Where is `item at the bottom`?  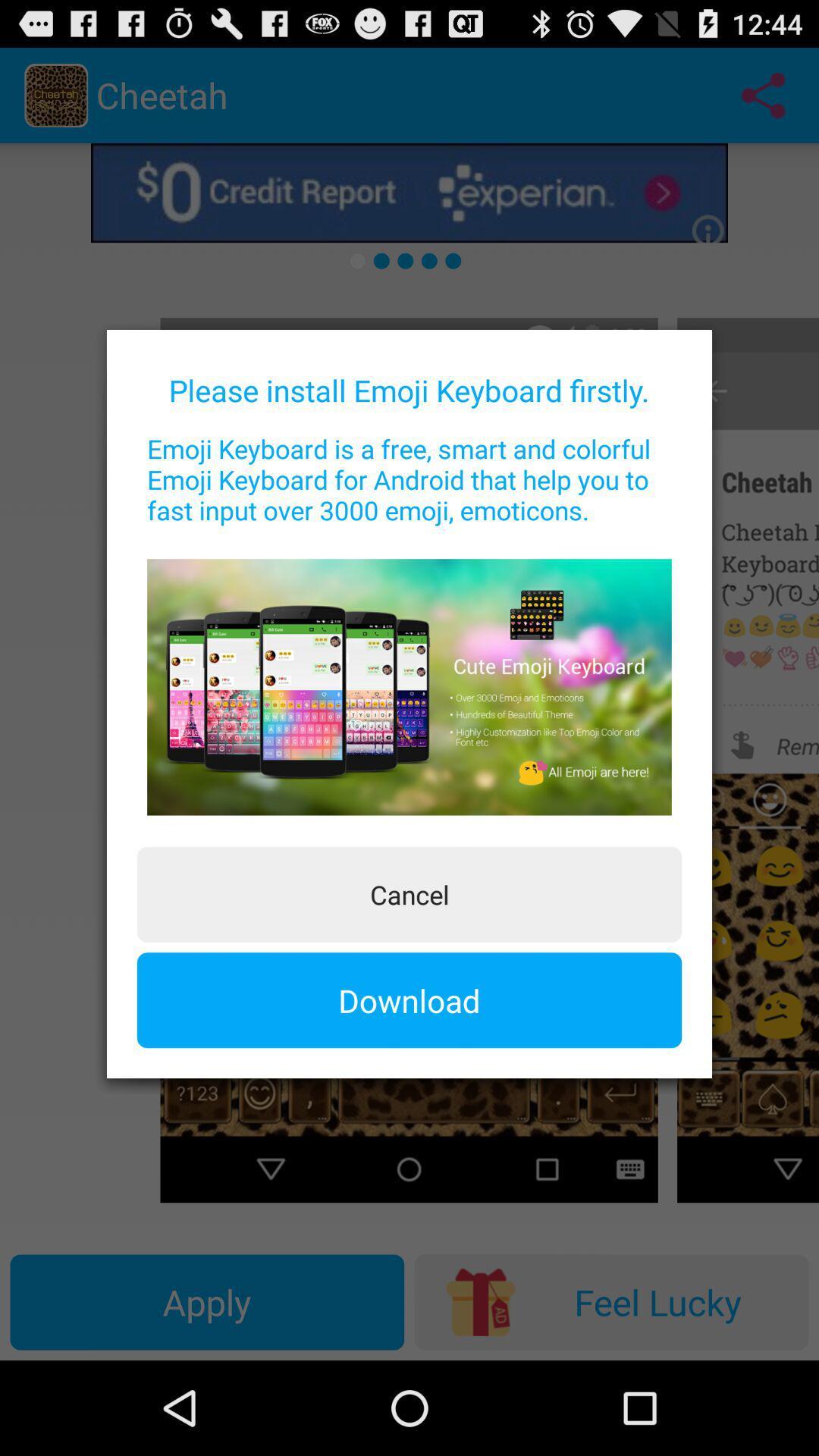 item at the bottom is located at coordinates (409, 1000).